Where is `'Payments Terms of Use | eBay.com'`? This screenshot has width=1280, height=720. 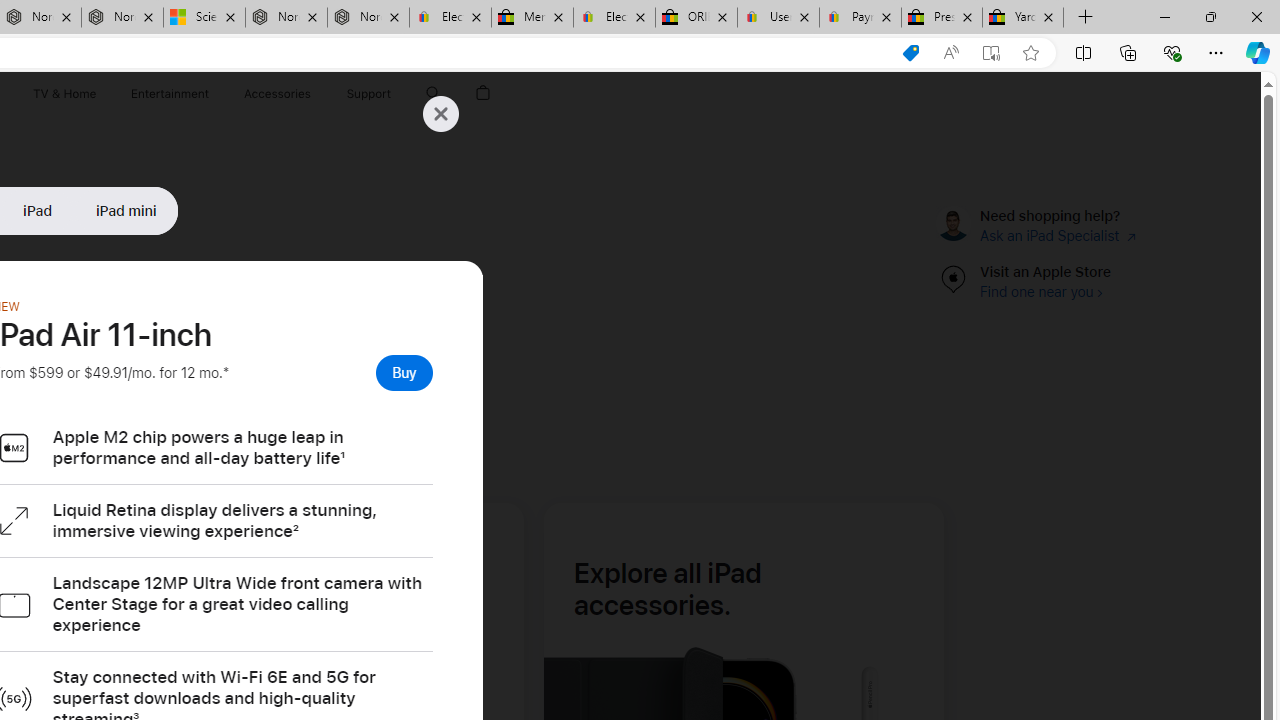
'Payments Terms of Use | eBay.com' is located at coordinates (860, 17).